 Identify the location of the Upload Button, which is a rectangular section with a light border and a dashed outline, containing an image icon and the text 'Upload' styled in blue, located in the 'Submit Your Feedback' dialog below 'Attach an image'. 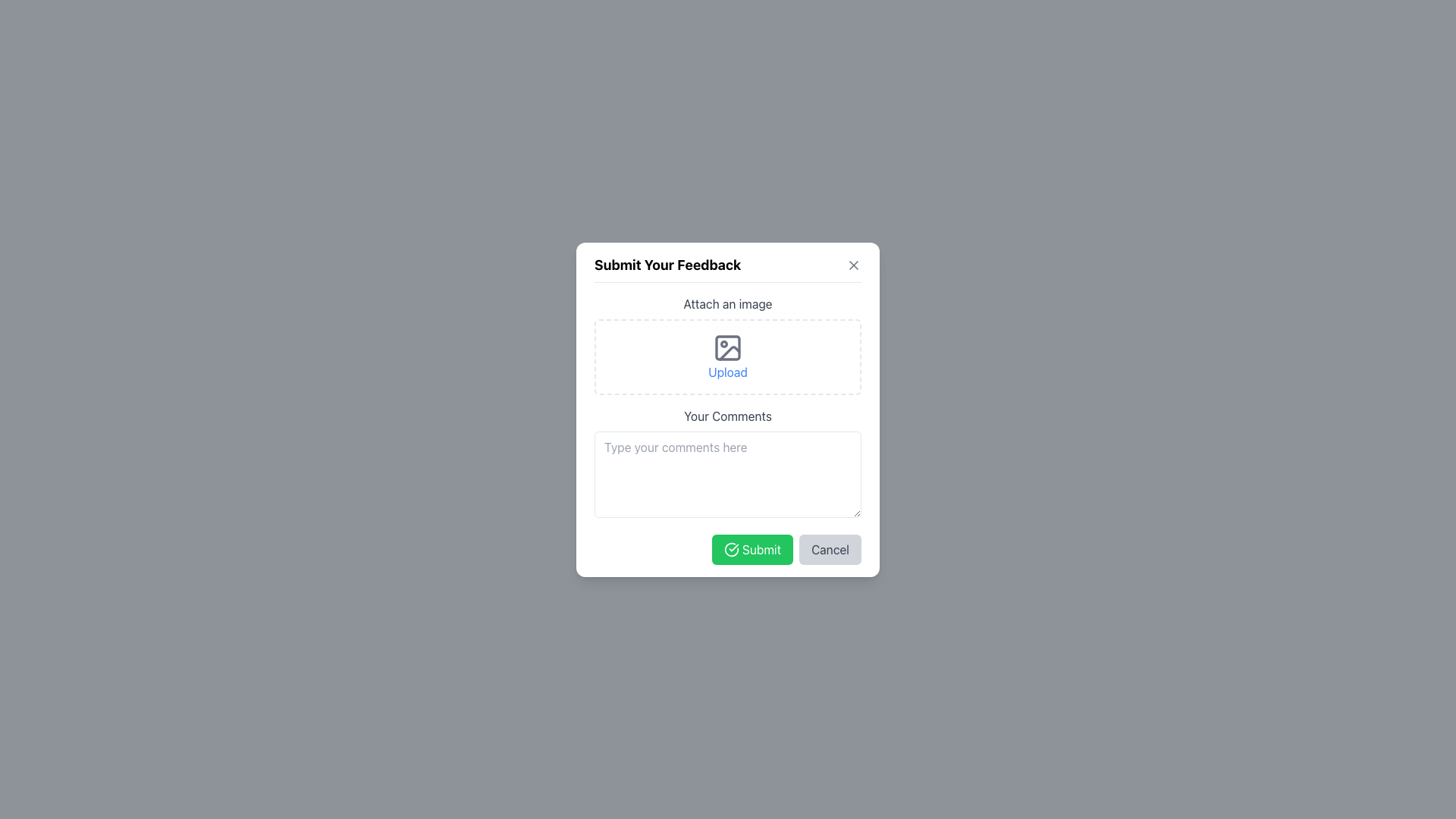
(728, 356).